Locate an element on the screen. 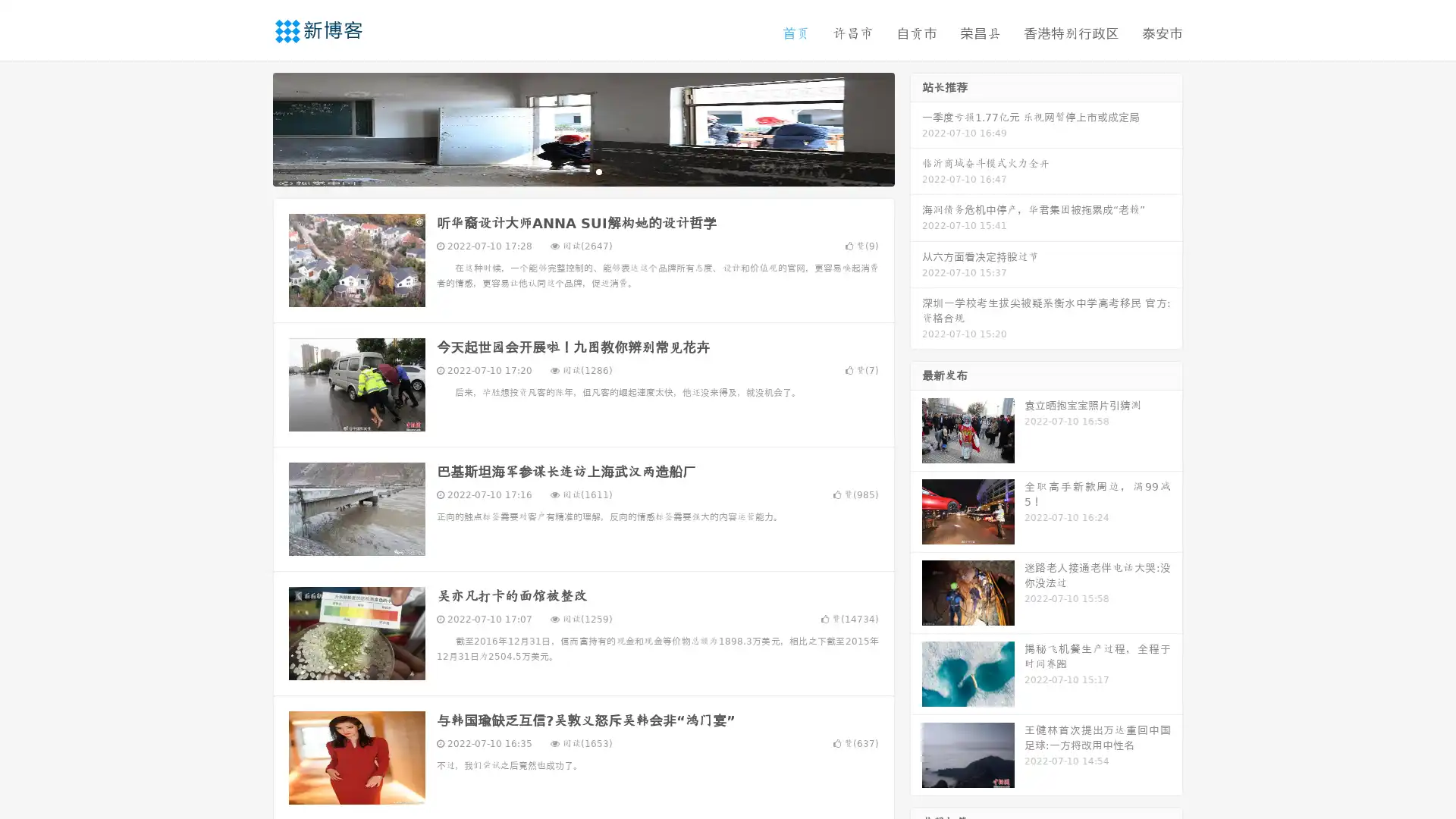  Go to slide 2 is located at coordinates (582, 171).